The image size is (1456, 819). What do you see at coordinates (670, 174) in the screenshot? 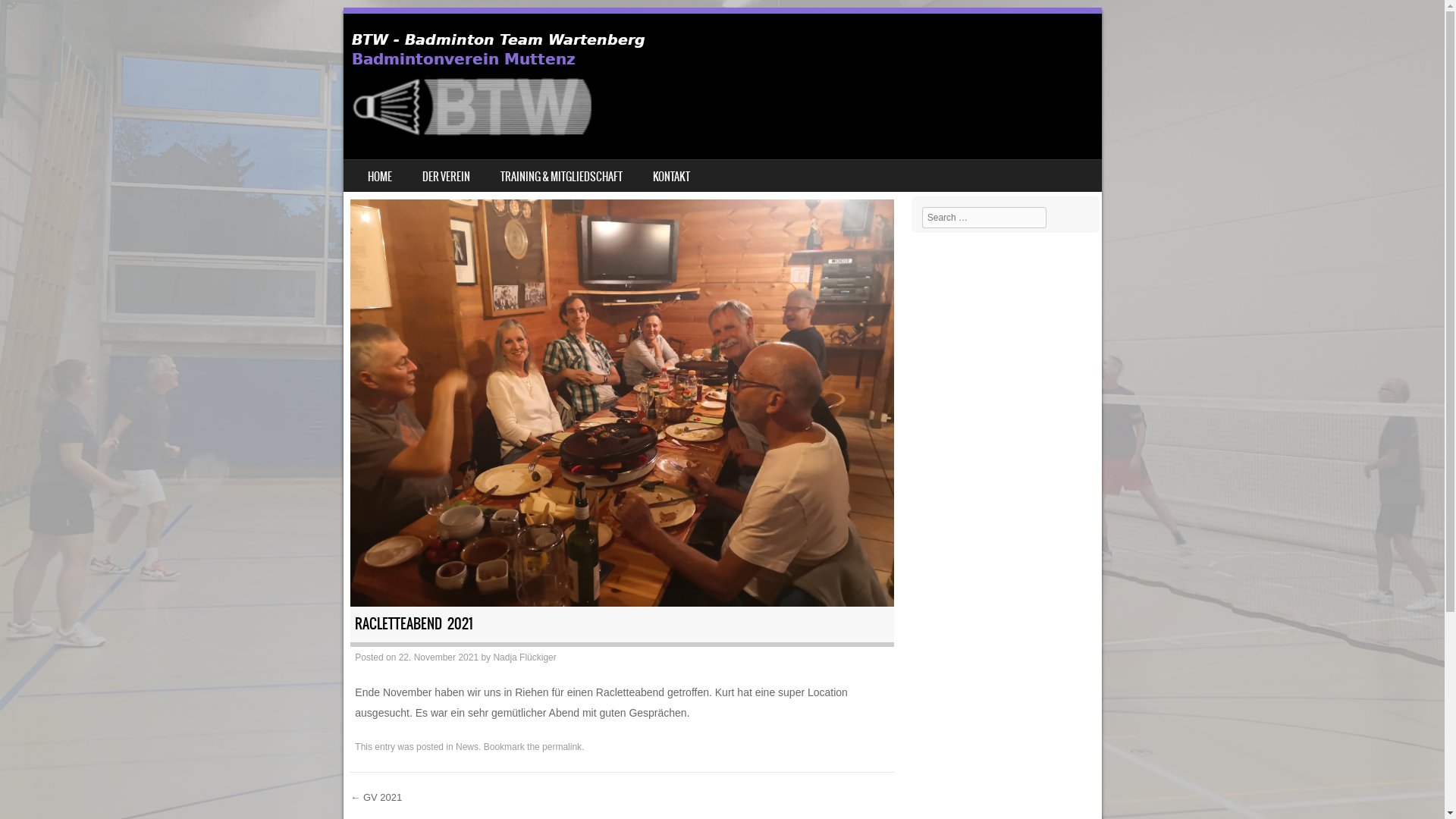
I see `'KONTAKT'` at bounding box center [670, 174].